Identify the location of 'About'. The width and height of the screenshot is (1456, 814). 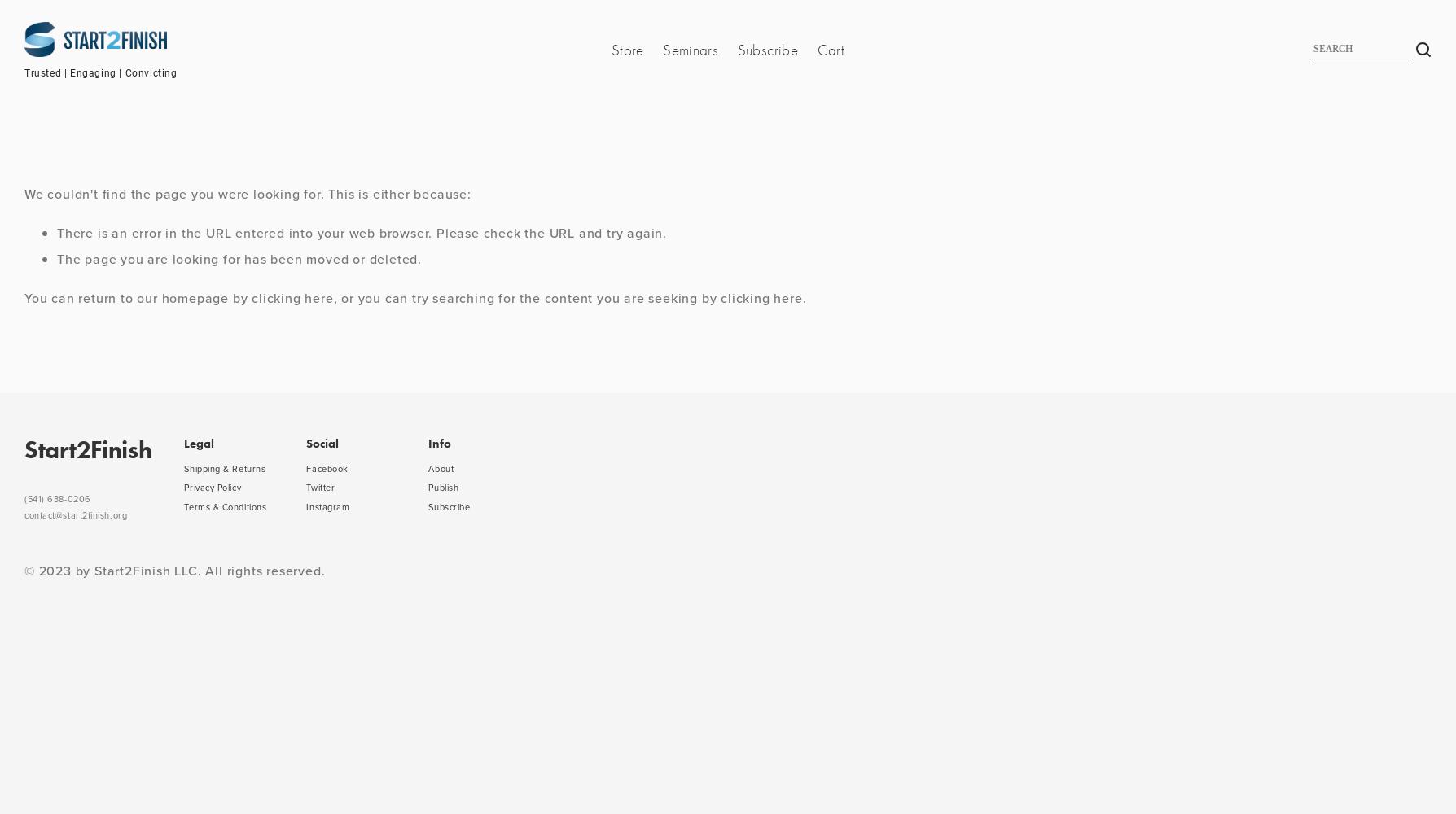
(441, 467).